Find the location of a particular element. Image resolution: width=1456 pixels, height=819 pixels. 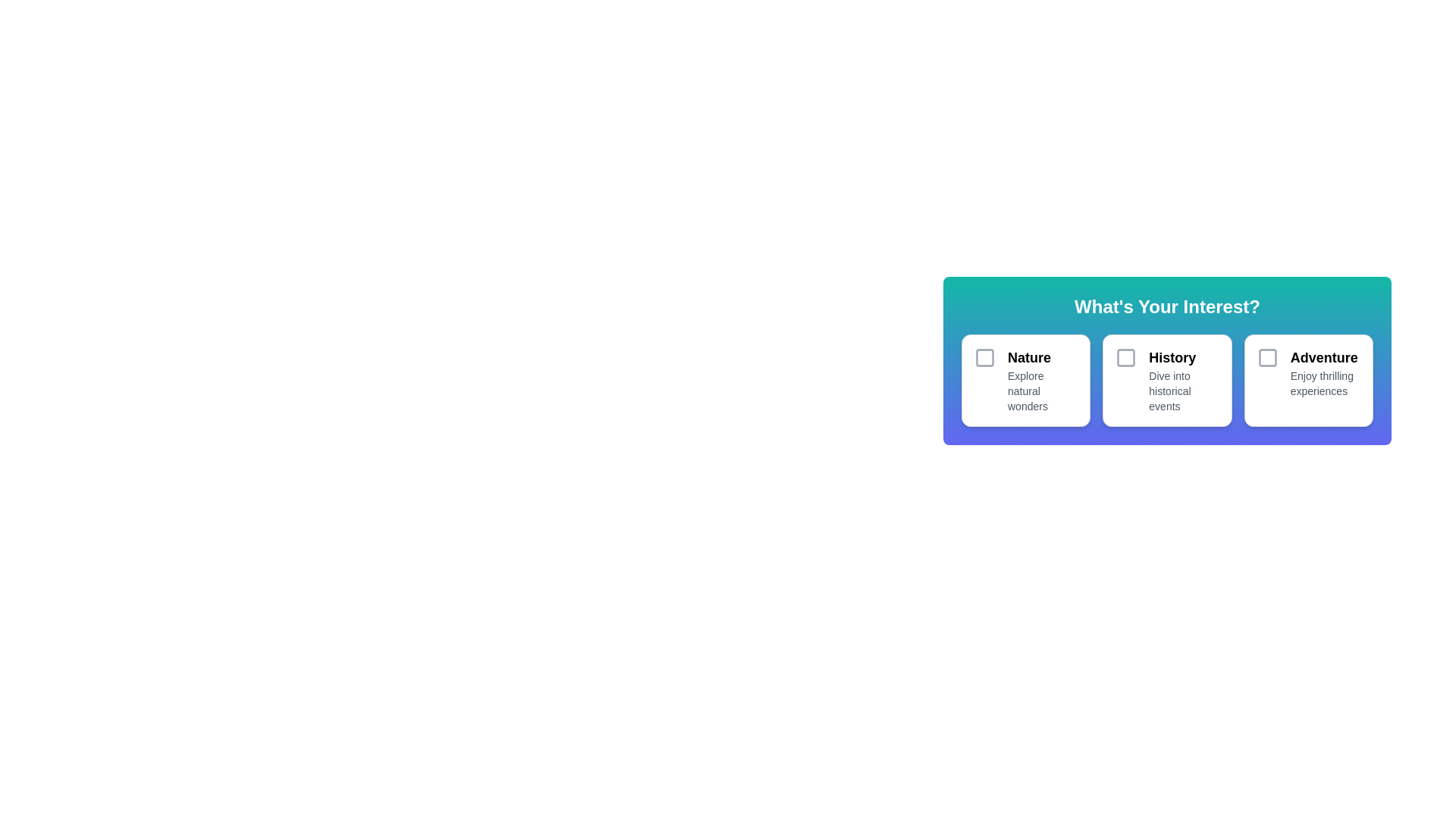

the 'History' checkbox located under the heading 'What's Your Interest?' to possibly see a tooltip is located at coordinates (1126, 357).